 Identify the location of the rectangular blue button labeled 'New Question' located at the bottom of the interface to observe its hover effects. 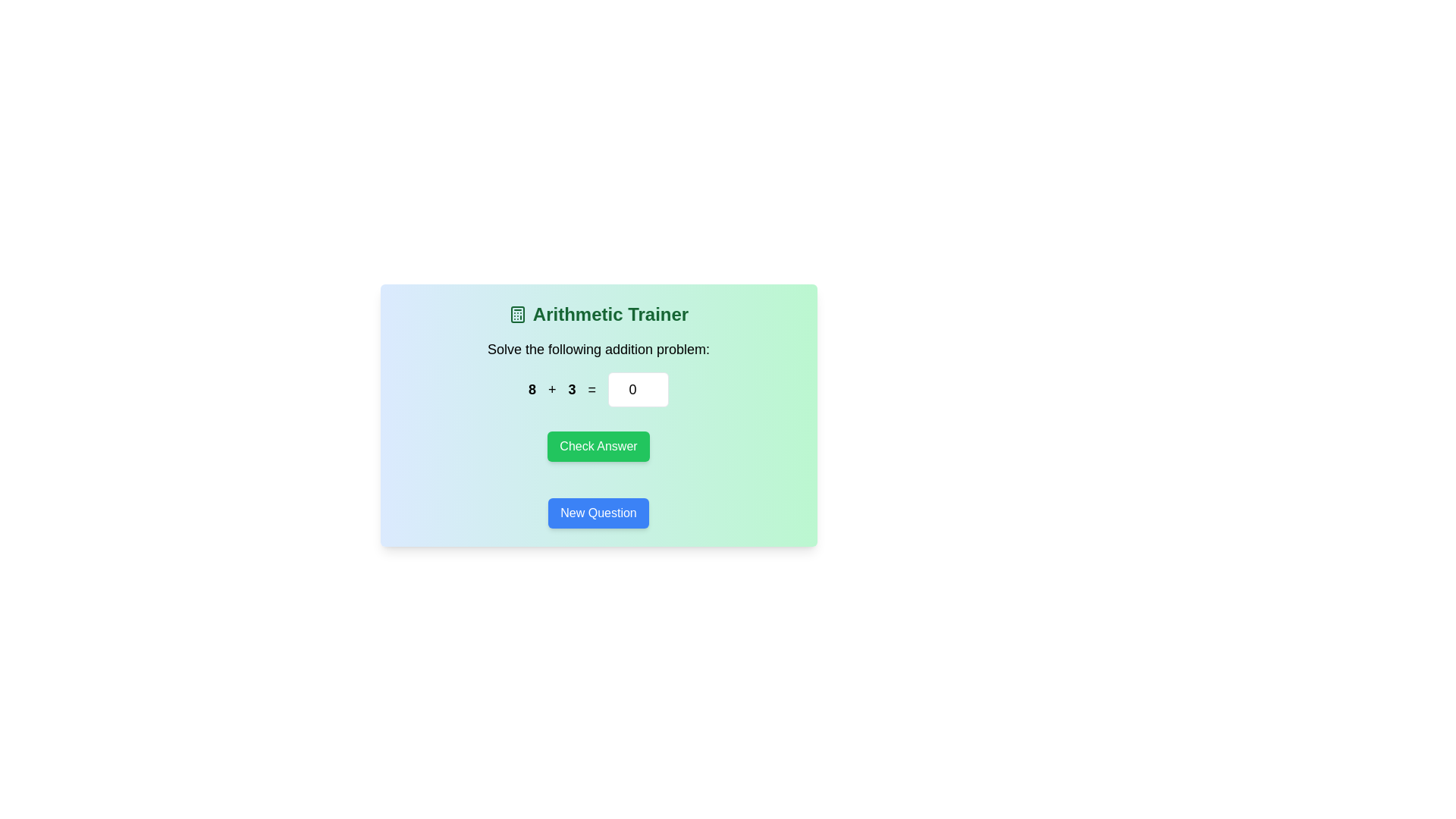
(598, 513).